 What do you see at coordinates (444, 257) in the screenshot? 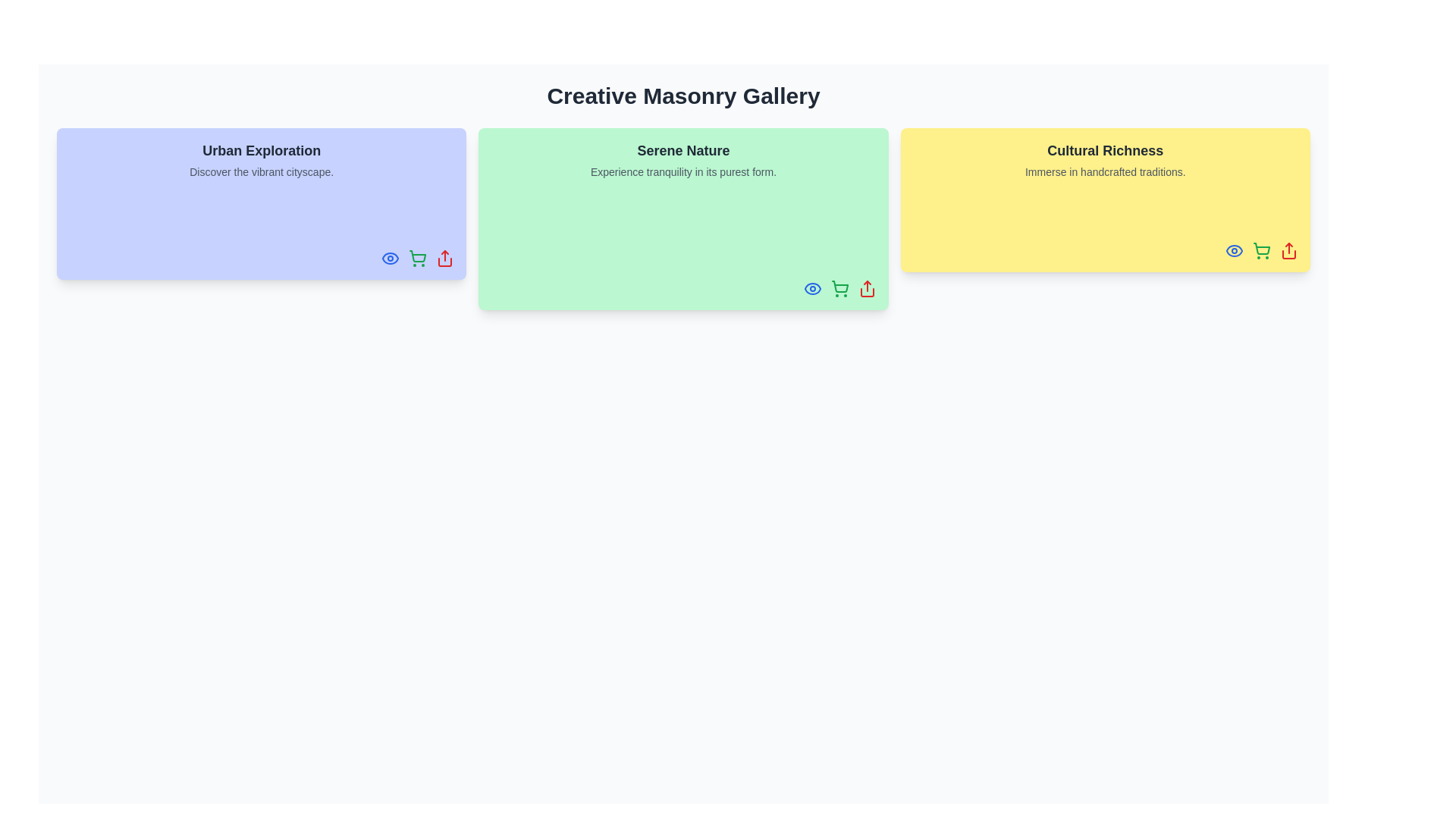
I see `the sharing button located at the far right of the horizontal arrangement of icons on the 'Urban Exploration' card` at bounding box center [444, 257].